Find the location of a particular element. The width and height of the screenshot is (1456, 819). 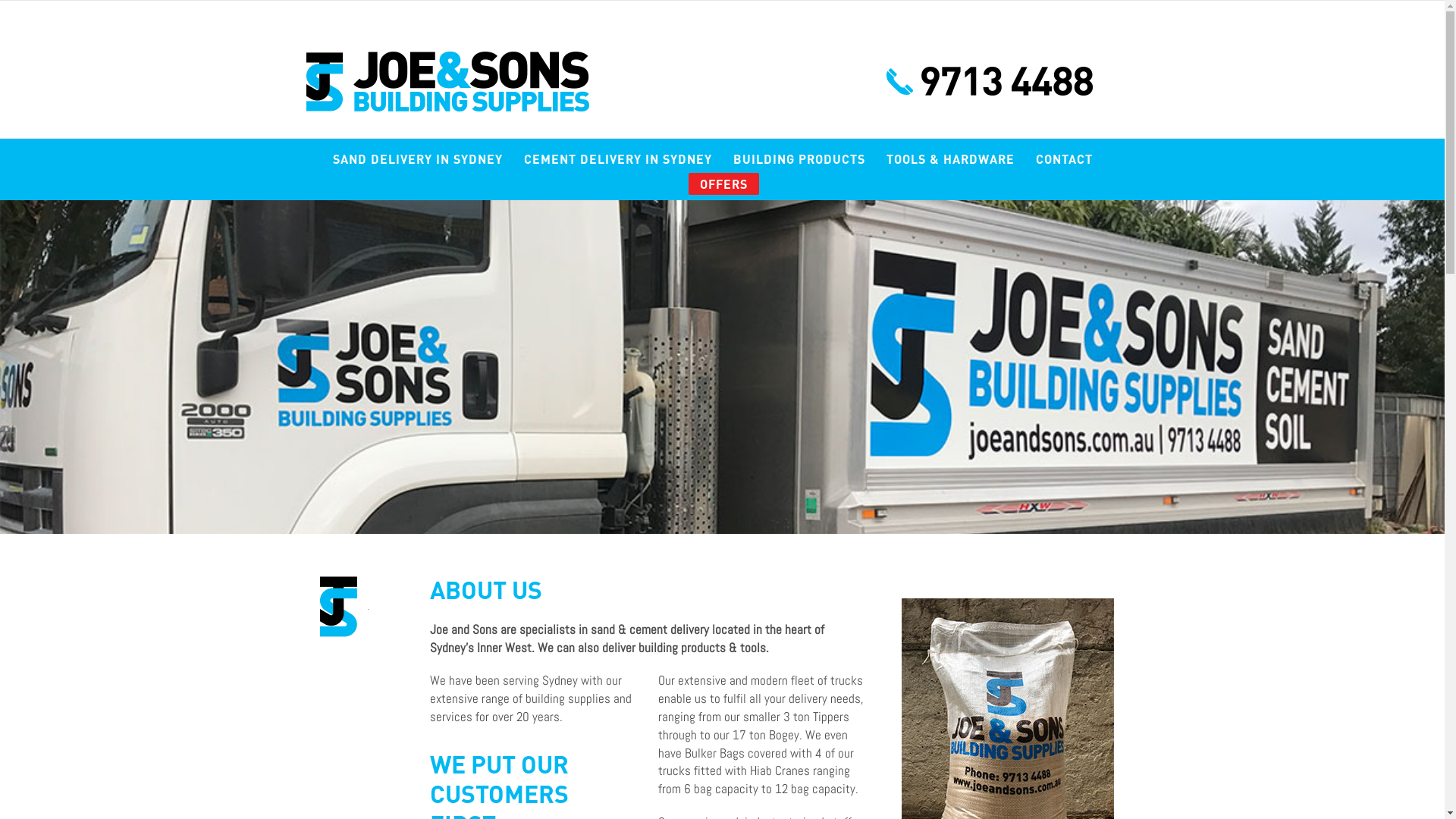

'TOOLS & HARDWARE' is located at coordinates (949, 154).